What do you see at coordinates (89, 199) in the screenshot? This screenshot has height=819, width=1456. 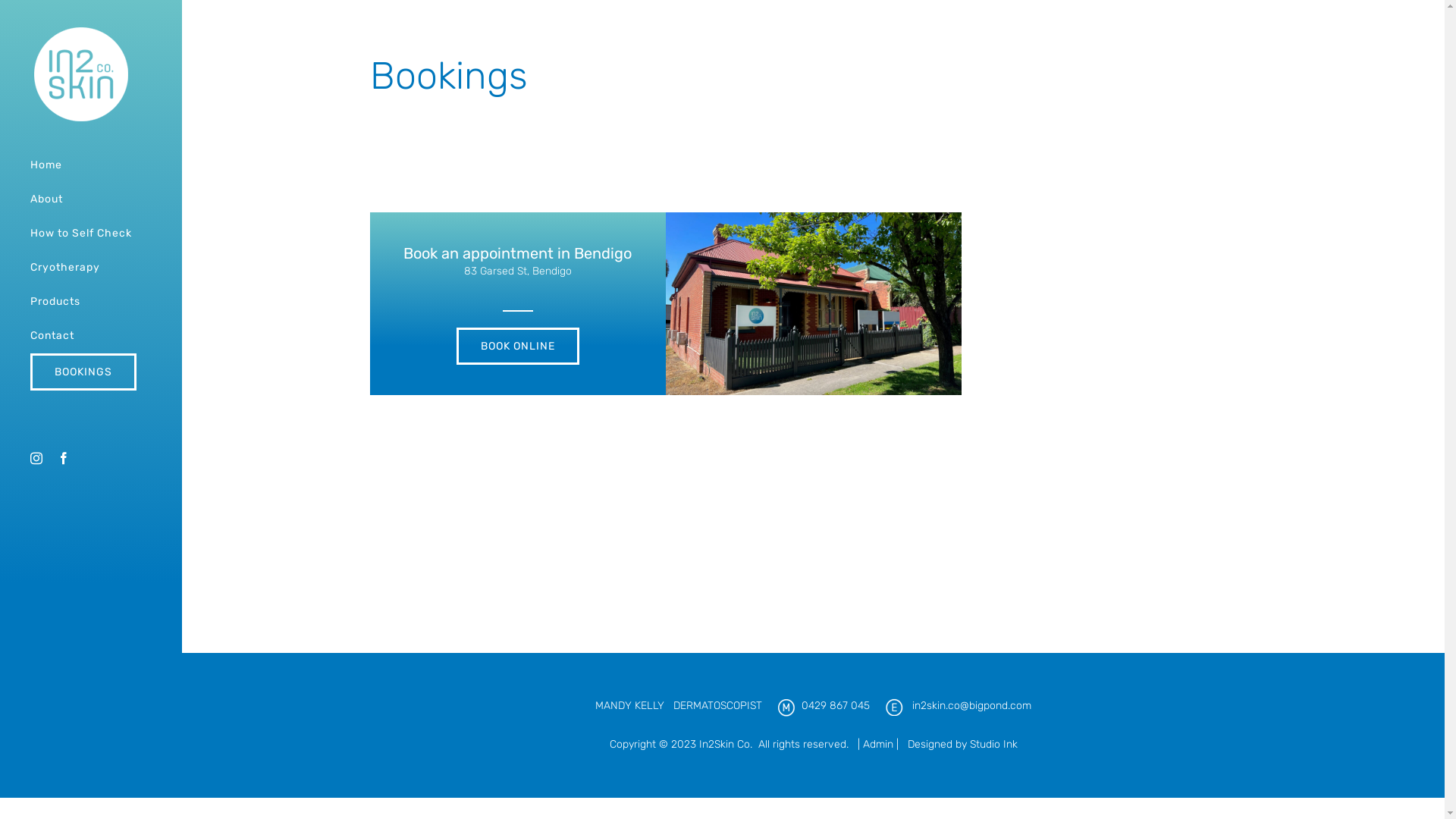 I see `'About'` at bounding box center [89, 199].